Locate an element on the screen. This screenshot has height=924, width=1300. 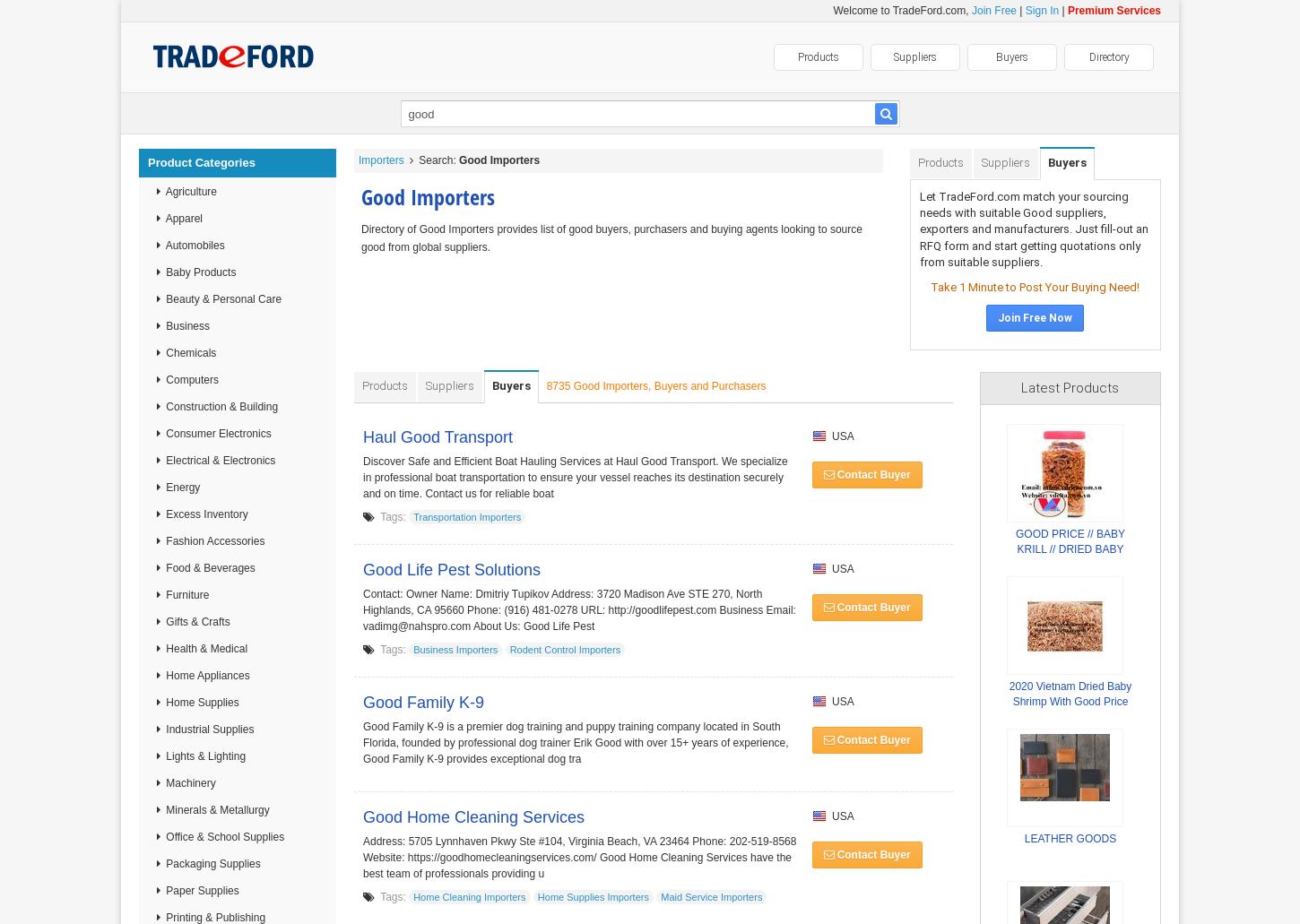
'Business' is located at coordinates (185, 325).